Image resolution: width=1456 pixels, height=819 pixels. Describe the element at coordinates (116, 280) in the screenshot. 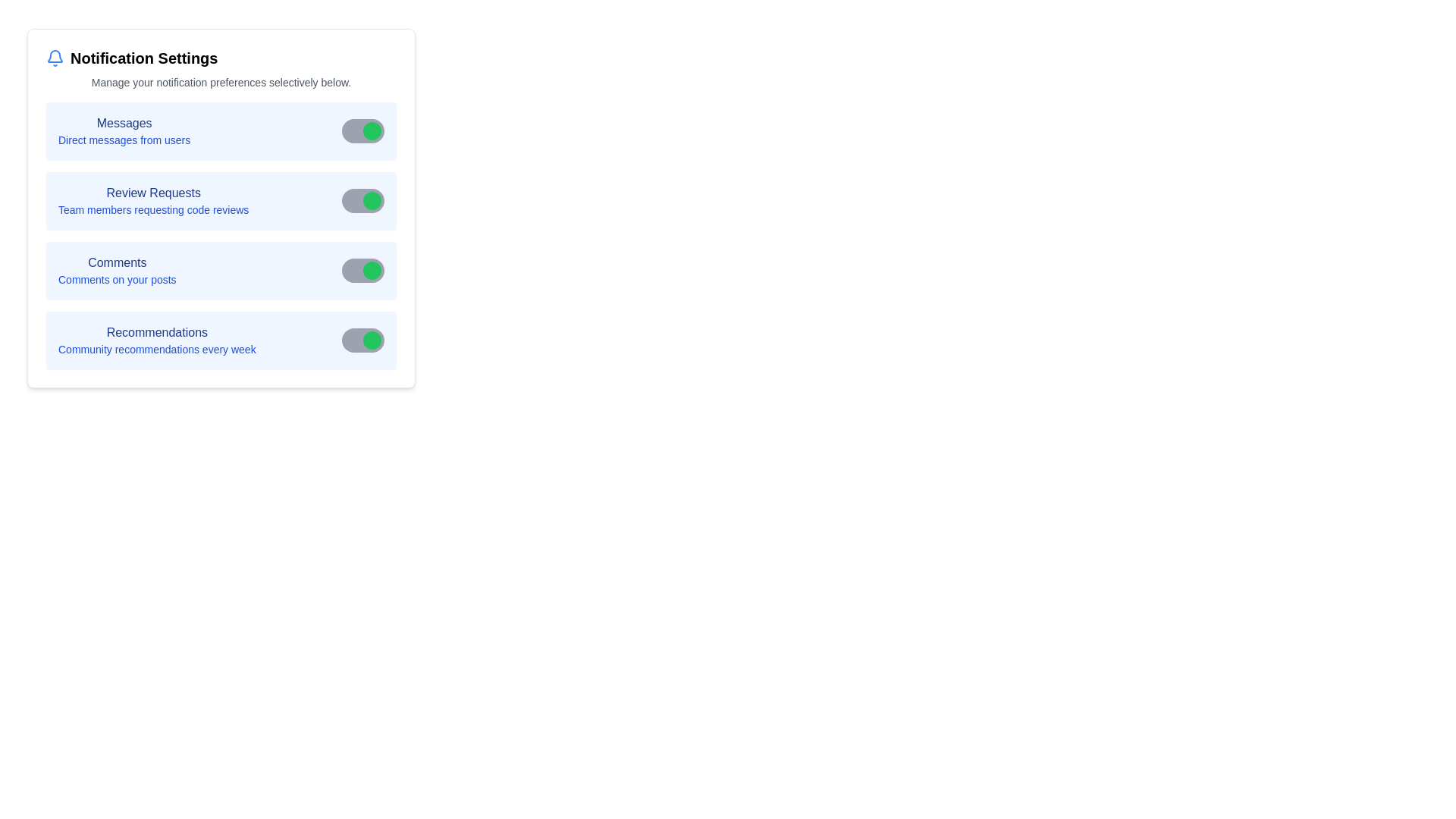

I see `the text label that provides additional detail for the 'Comments' notification setting, located below the 'Comments' text in a light blue section` at that location.